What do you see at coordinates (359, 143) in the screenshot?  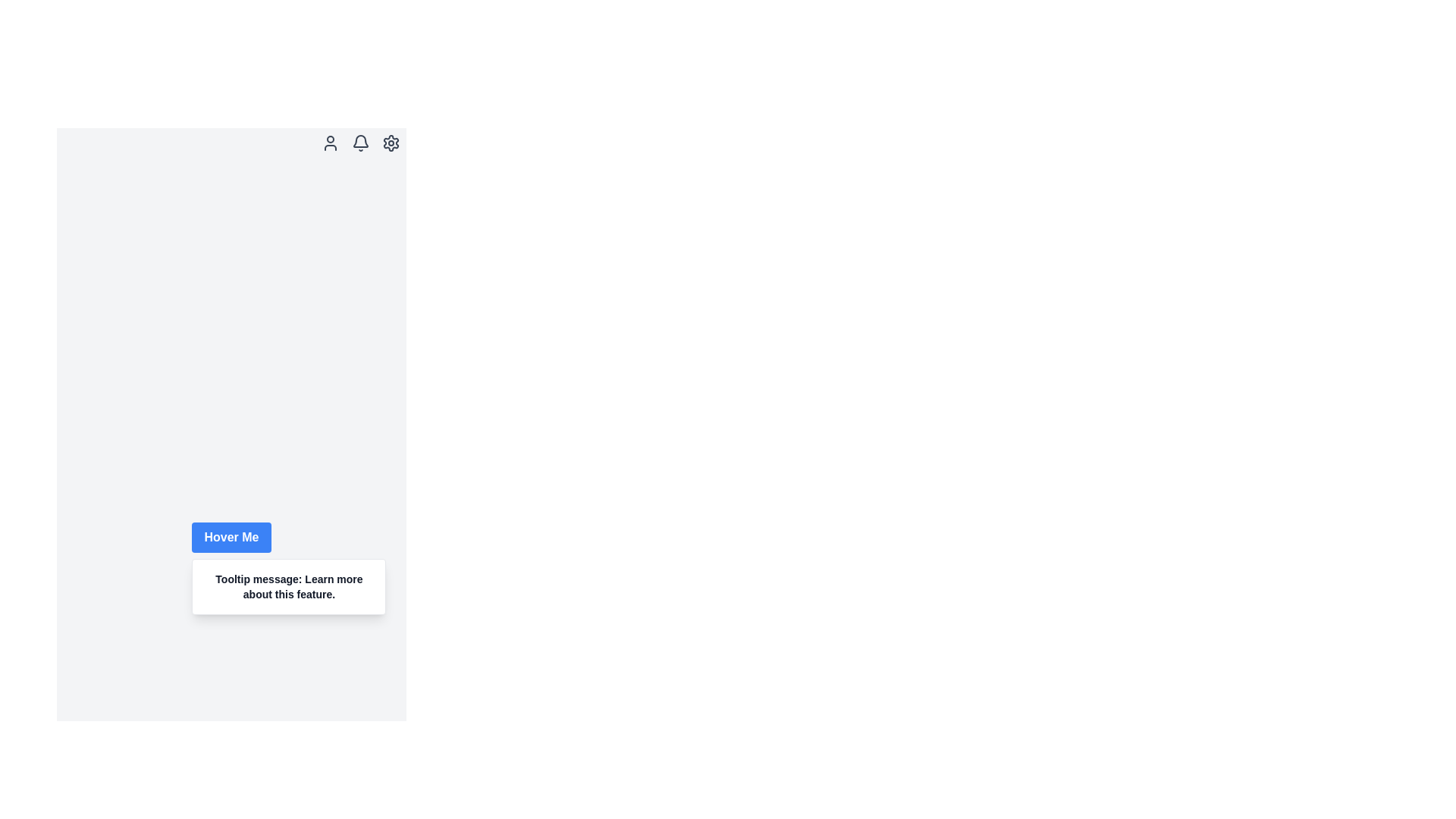 I see `the notification bell icon button located between the user icon and settings icon in the top-right corner` at bounding box center [359, 143].